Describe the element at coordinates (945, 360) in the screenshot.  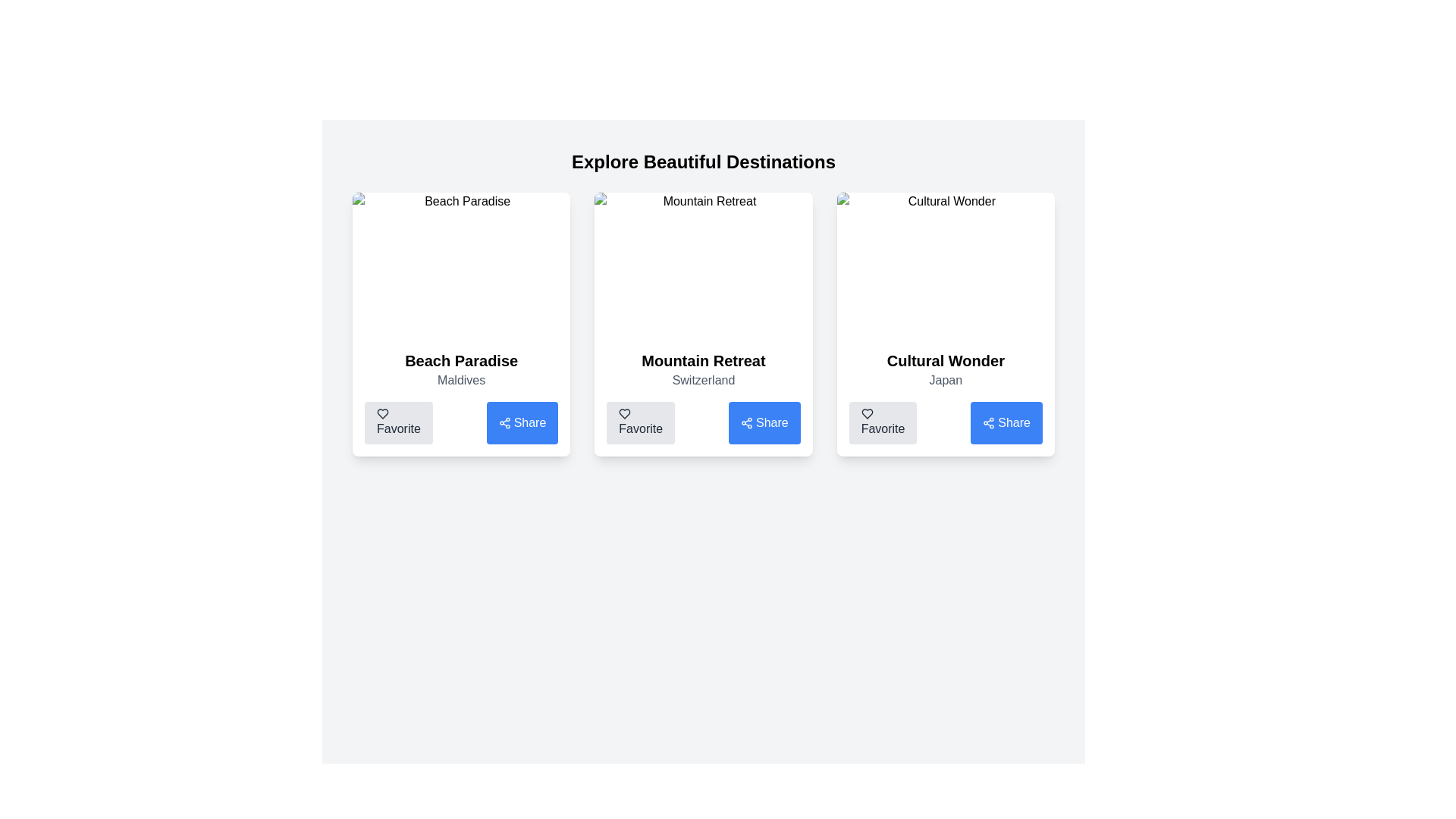
I see `the text label displaying 'Cultural Wonder', which is styled in bold and larger font, positioned in the third card above the 'Japan' text and aligned with buttons labeled 'Favorite' and 'Share'` at that location.